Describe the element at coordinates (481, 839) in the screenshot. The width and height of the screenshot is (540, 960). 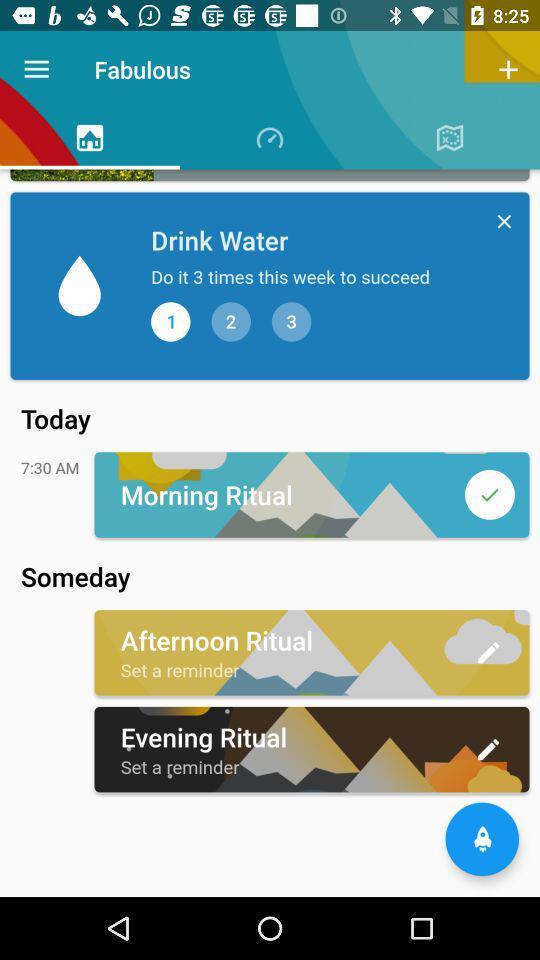
I see `the notifications icon` at that location.